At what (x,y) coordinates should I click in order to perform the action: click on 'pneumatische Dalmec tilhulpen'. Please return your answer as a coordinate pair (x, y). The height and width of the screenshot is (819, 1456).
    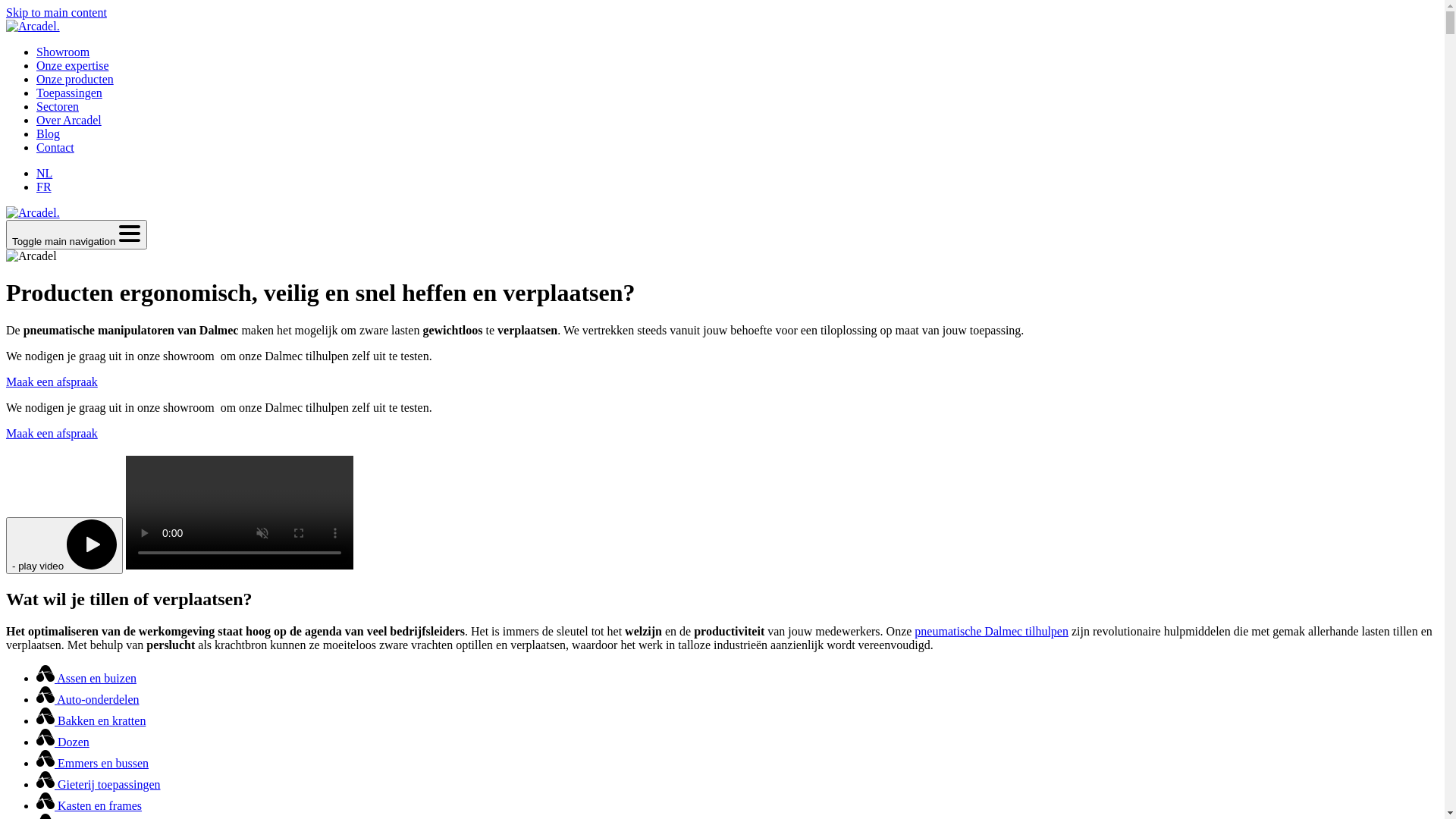
    Looking at the image, I should click on (991, 631).